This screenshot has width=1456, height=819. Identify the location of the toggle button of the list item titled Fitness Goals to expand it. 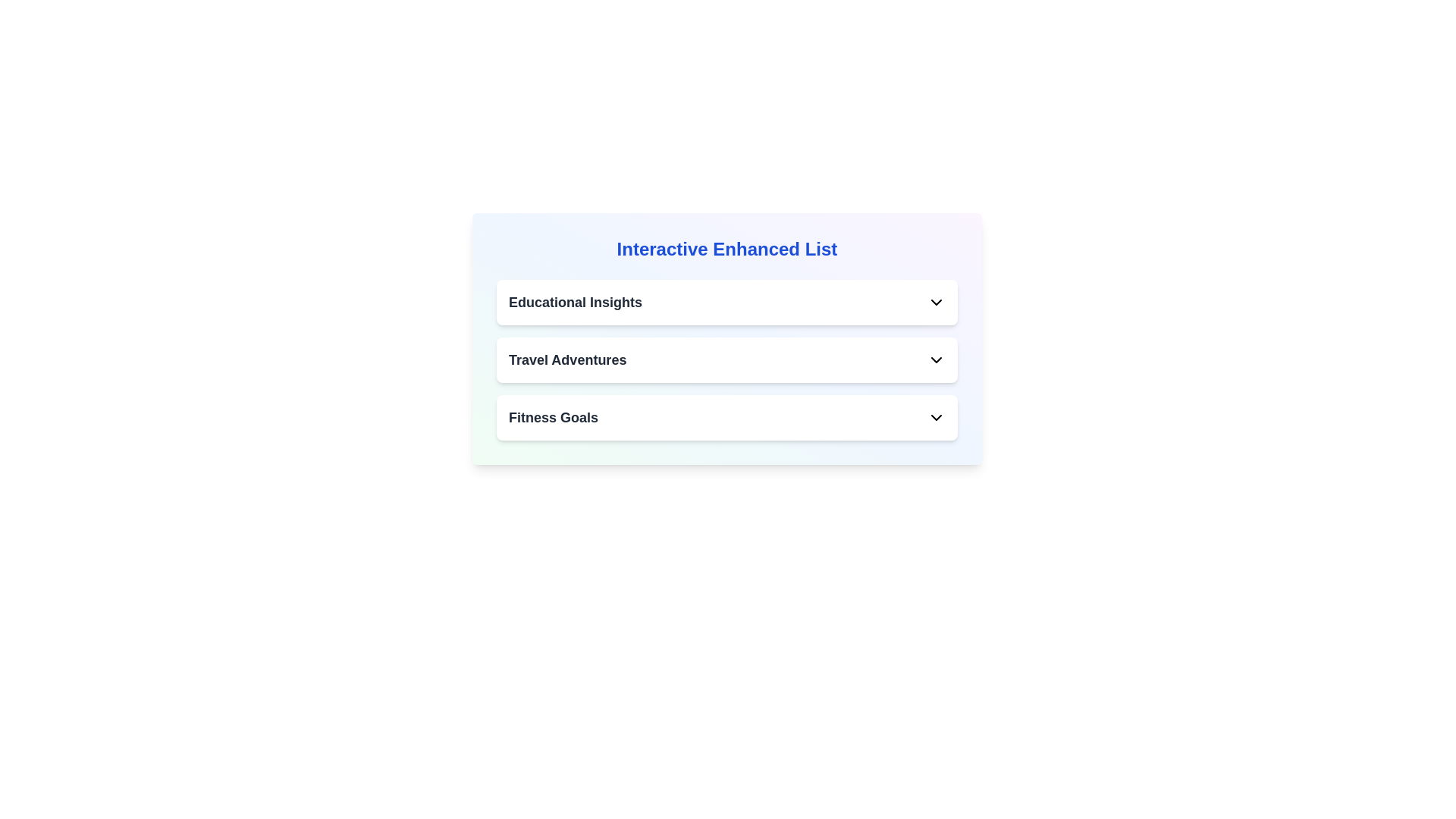
(935, 418).